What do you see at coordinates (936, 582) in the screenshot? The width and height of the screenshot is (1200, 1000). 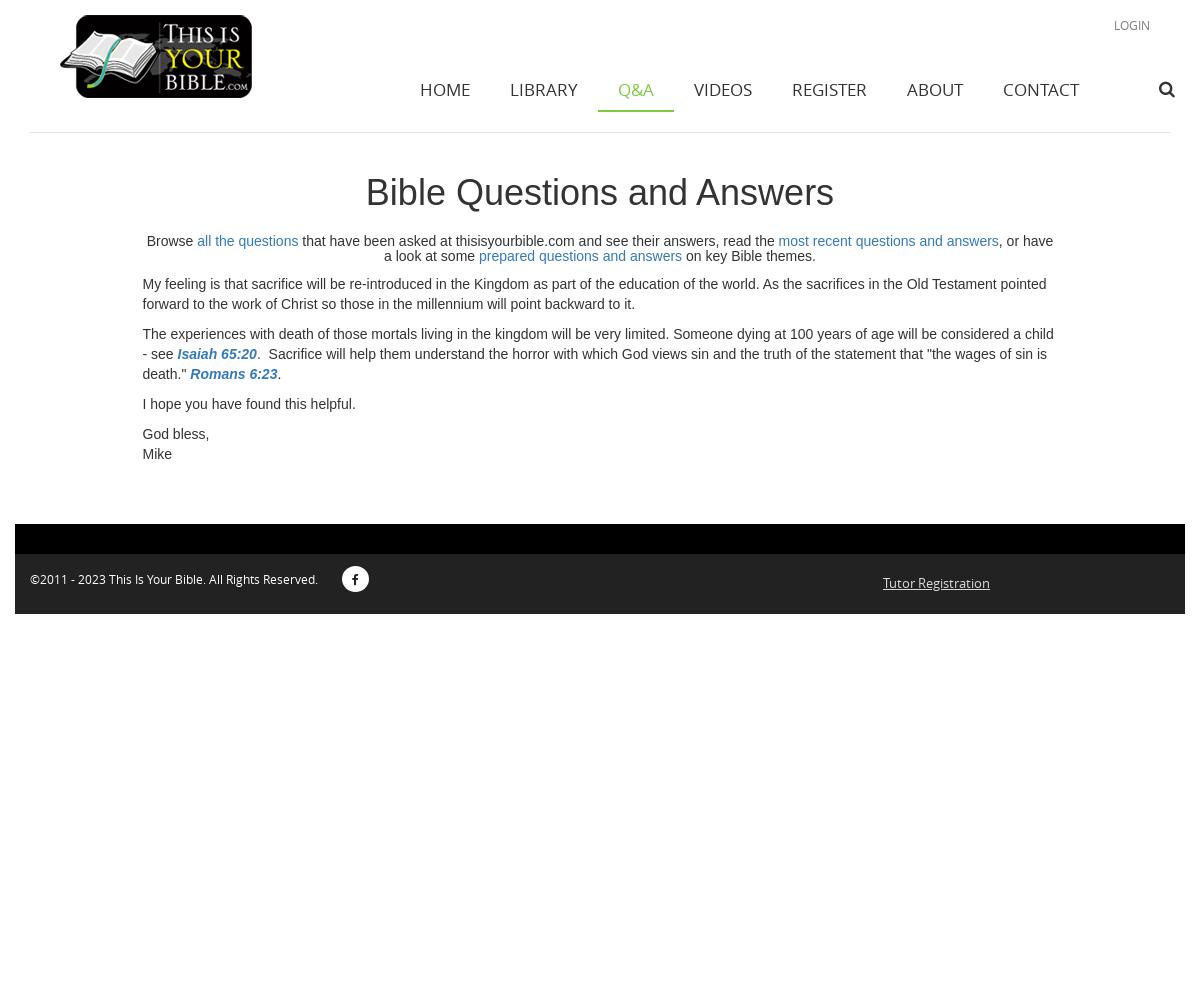 I see `'Tutor Registration'` at bounding box center [936, 582].